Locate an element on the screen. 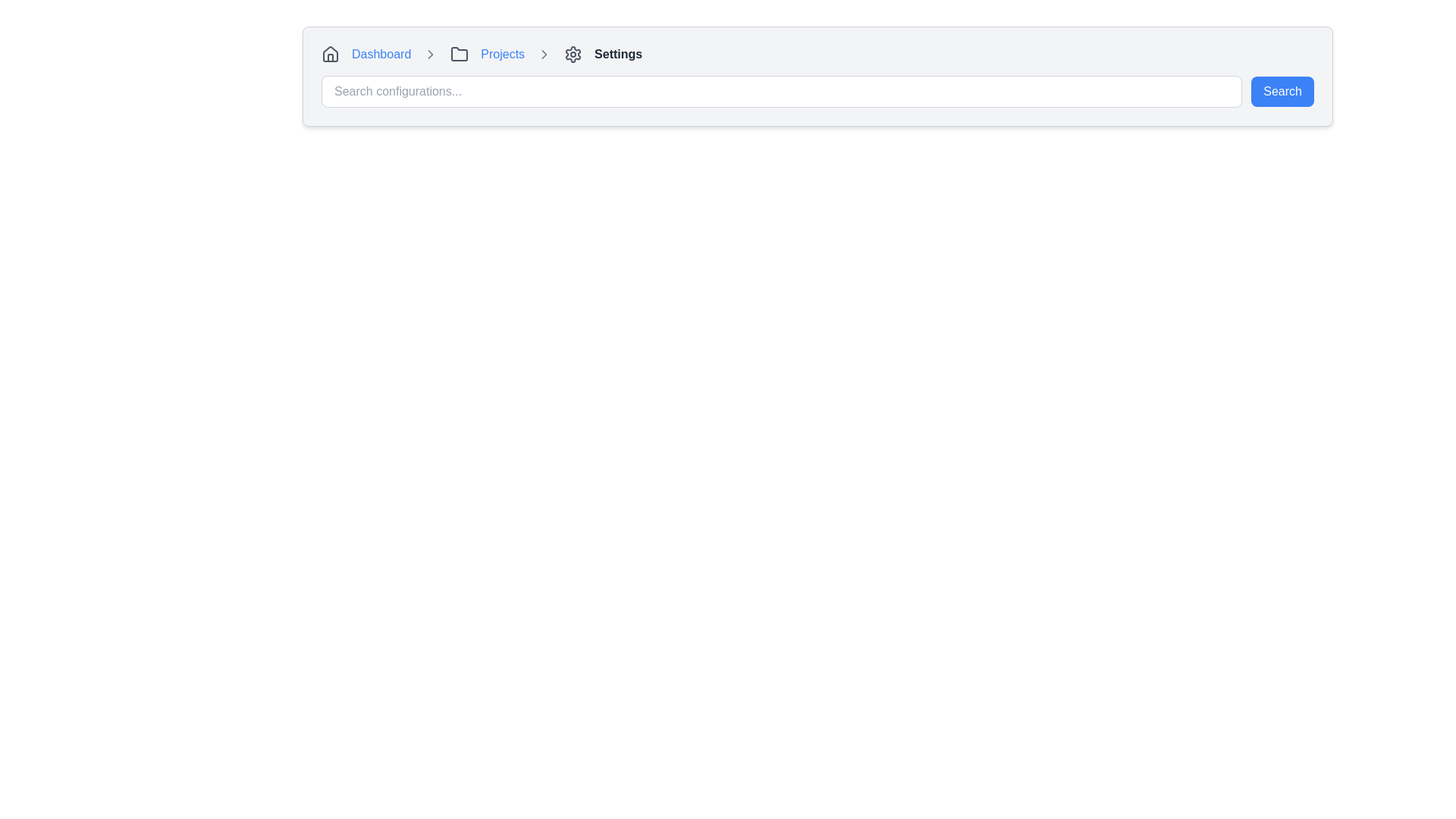 This screenshot has height=819, width=1456. the navigation flow by focusing on the rightward-pointing chevron arrow icon in the breadcrumb navigation, located to the right of the 'Projects' label is located at coordinates (544, 54).